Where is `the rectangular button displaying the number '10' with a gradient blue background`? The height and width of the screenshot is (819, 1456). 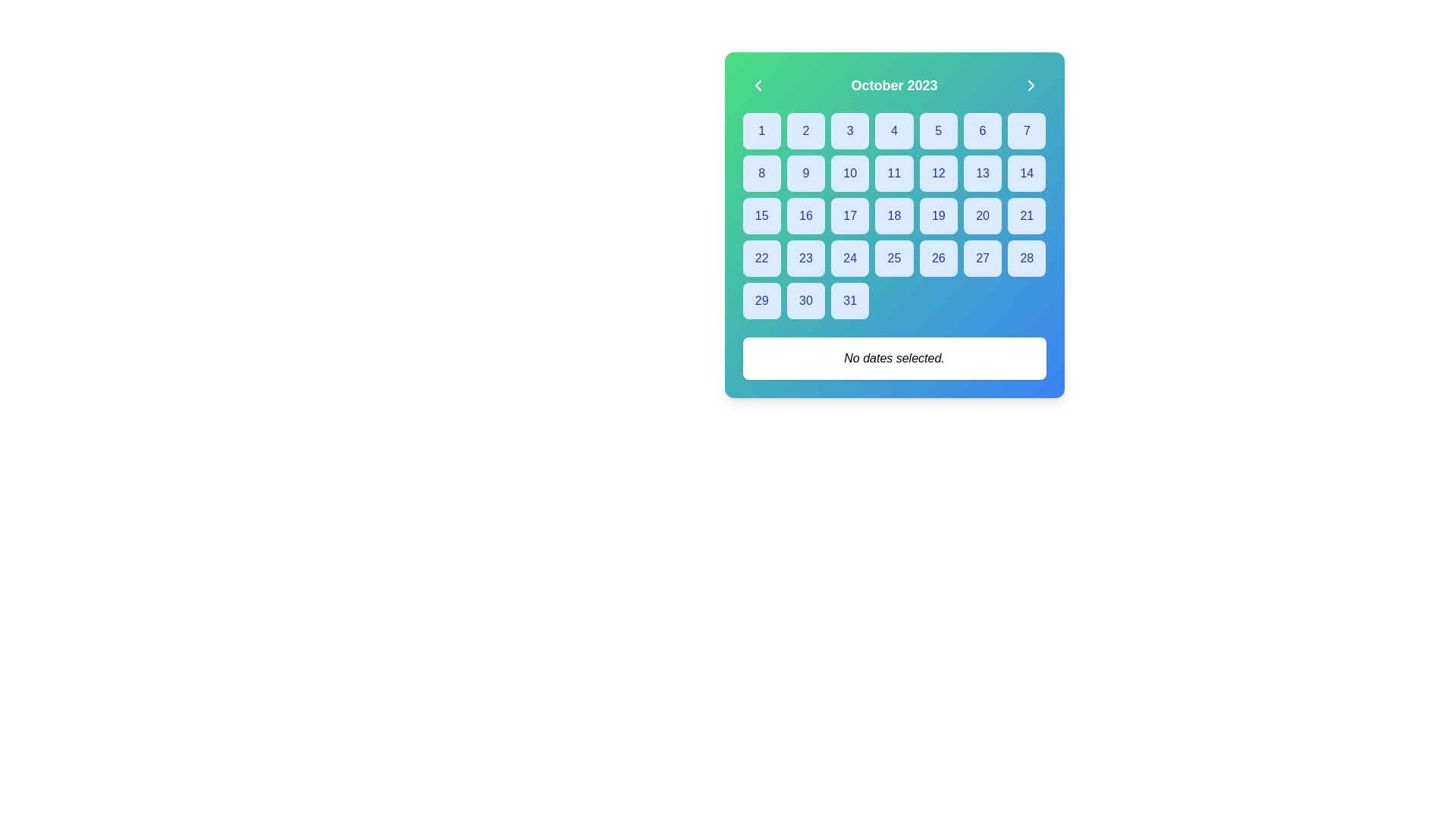 the rectangular button displaying the number '10' with a gradient blue background is located at coordinates (850, 172).